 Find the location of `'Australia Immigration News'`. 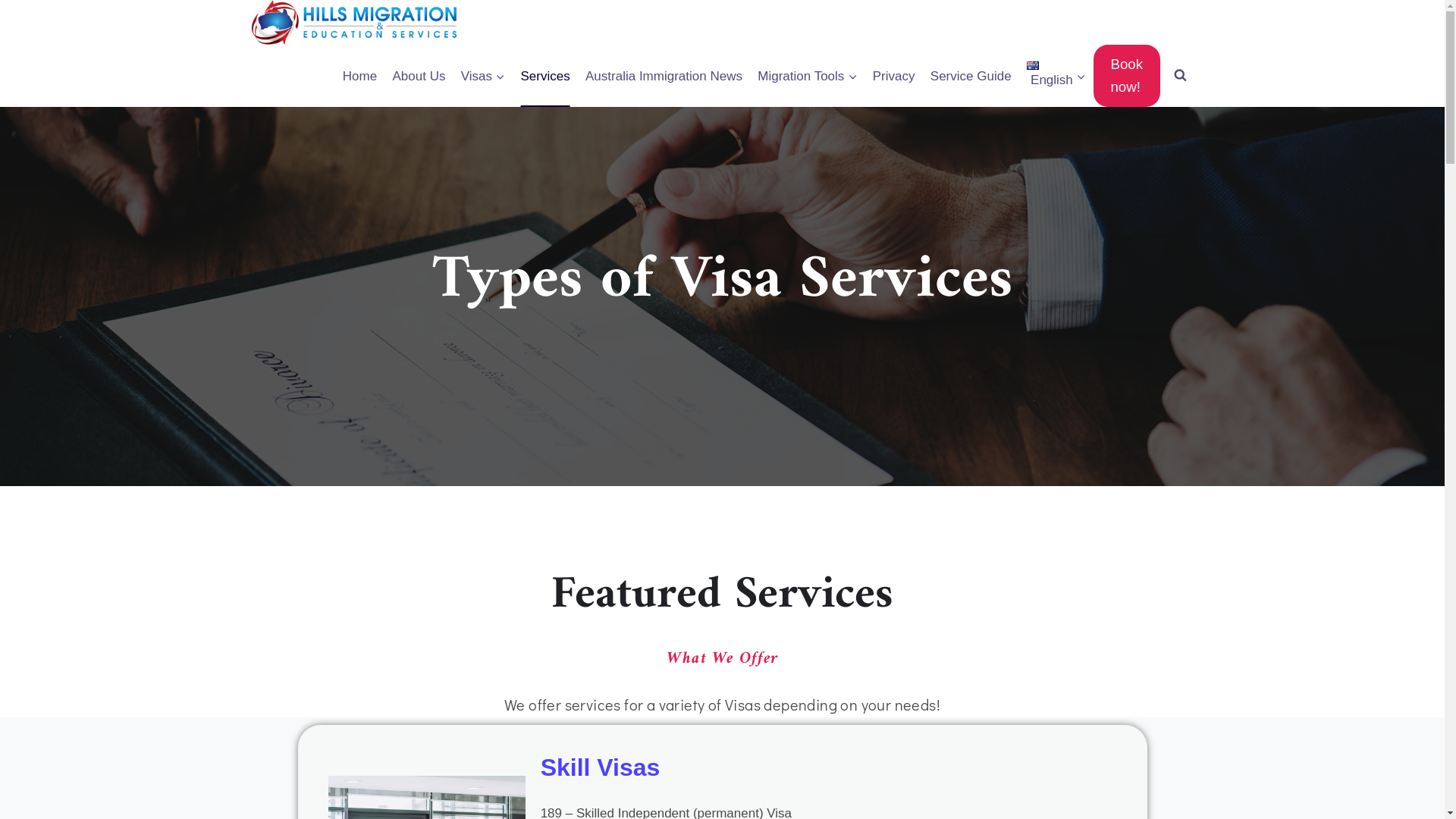

'Australia Immigration News' is located at coordinates (664, 76).